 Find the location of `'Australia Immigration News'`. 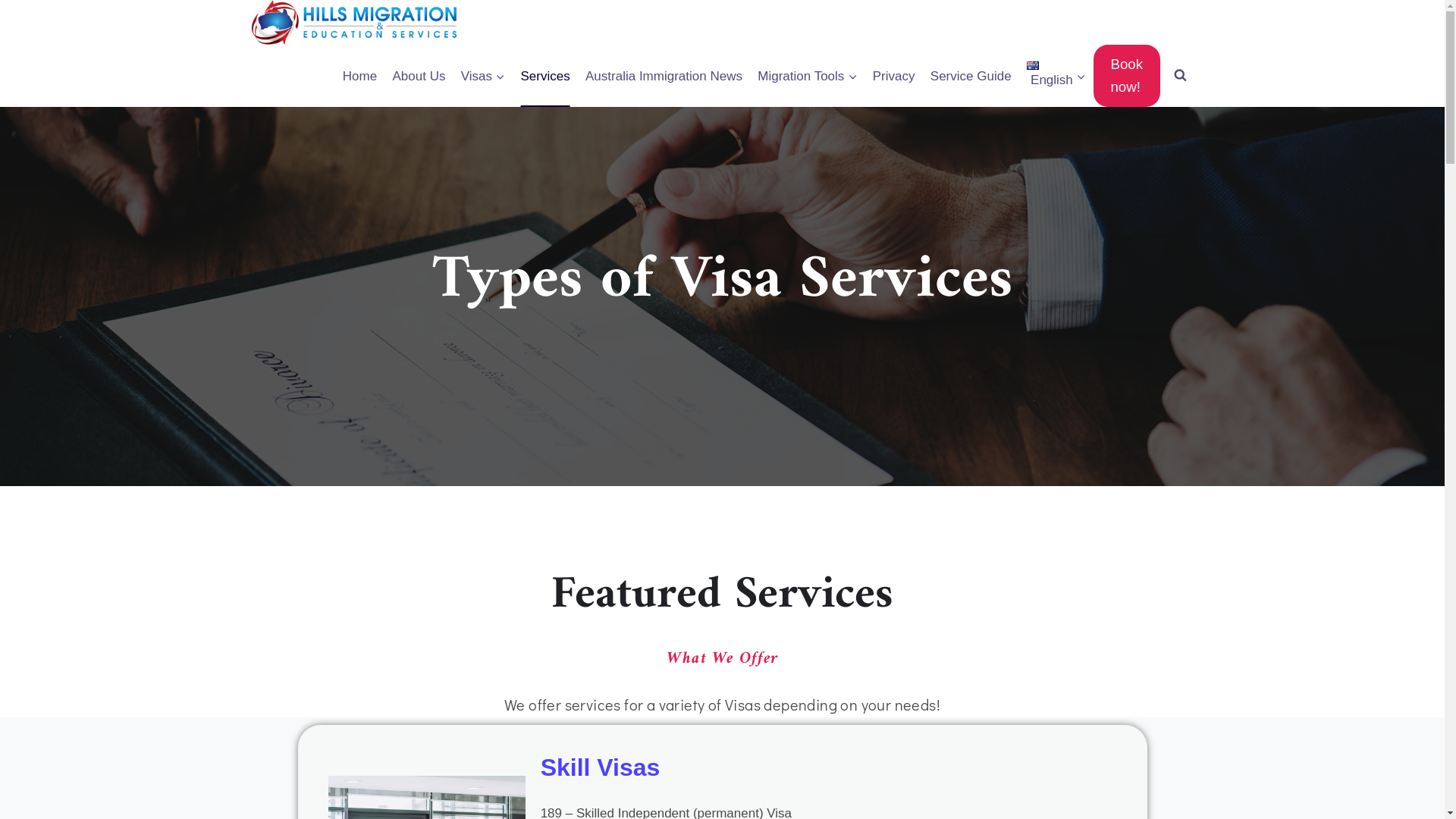

'Australia Immigration News' is located at coordinates (664, 76).